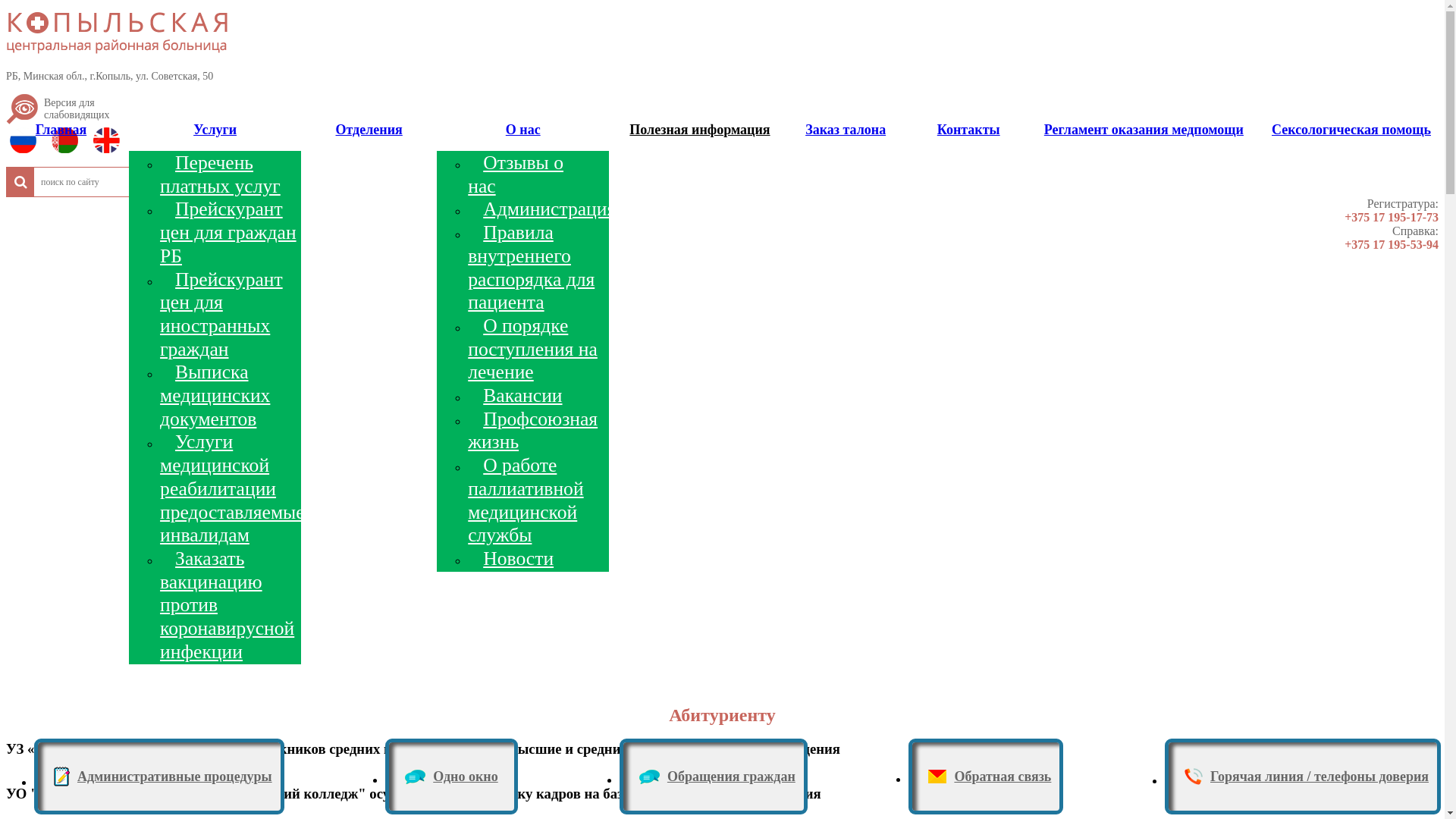  What do you see at coordinates (93, 144) in the screenshot?
I see `'English'` at bounding box center [93, 144].